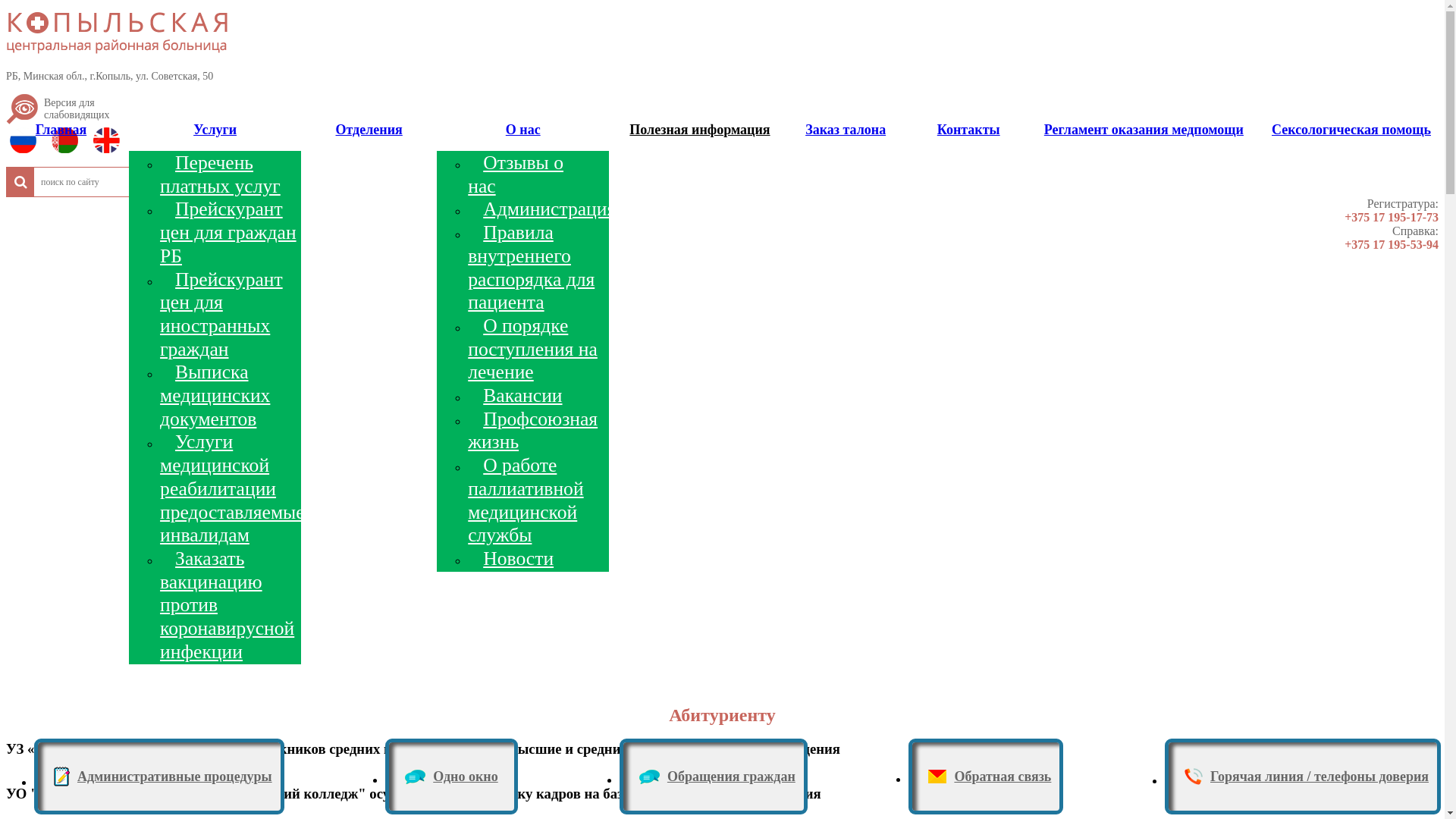  What do you see at coordinates (93, 144) in the screenshot?
I see `'English'` at bounding box center [93, 144].